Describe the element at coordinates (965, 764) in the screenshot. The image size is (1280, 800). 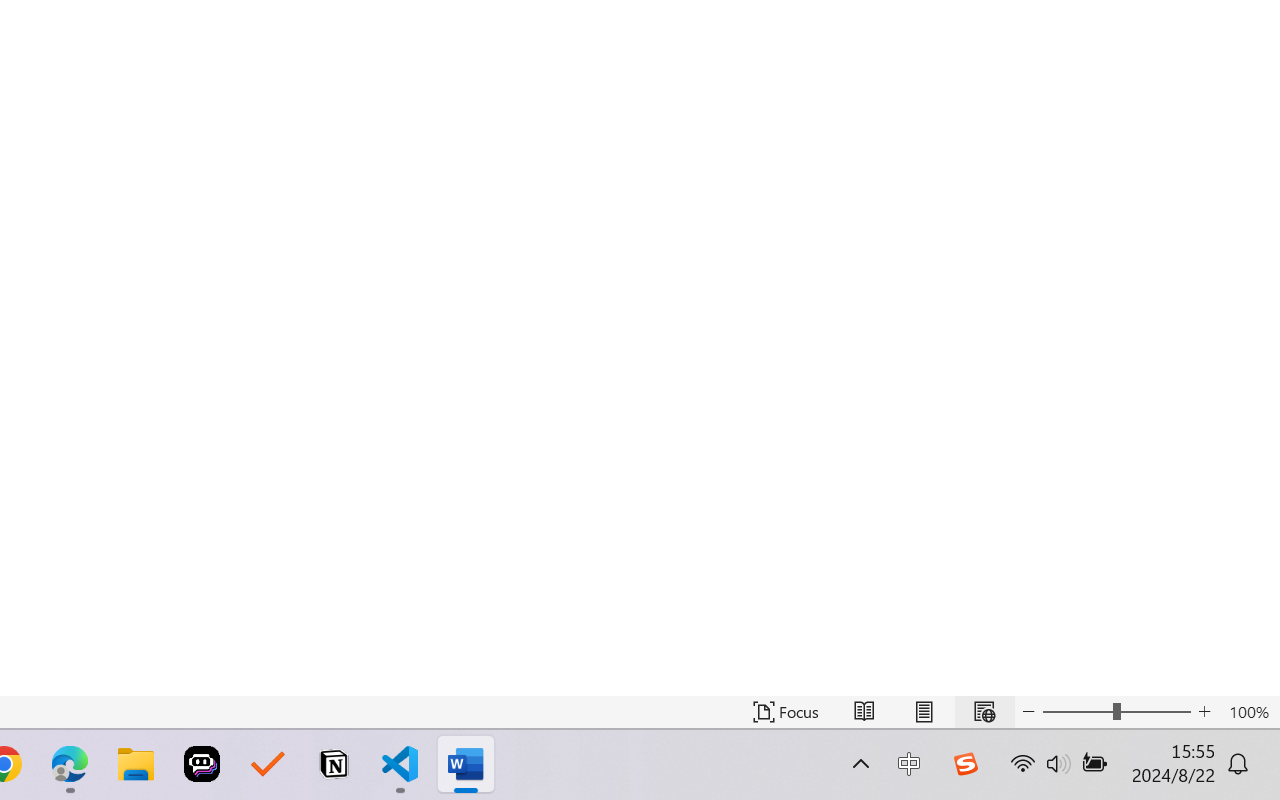
I see `'Class: Image'` at that location.